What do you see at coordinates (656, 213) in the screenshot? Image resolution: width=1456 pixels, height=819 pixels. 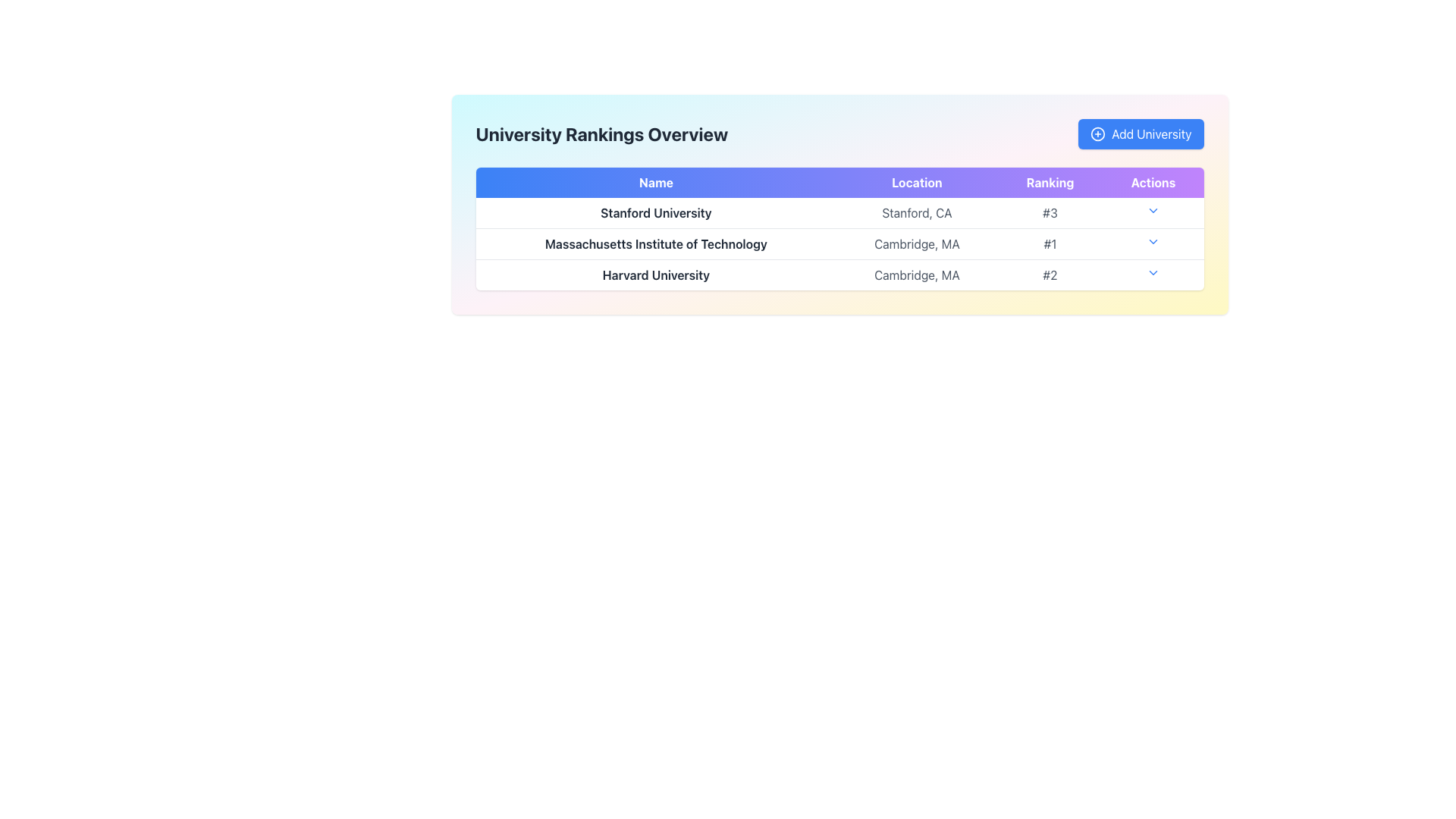 I see `the text label displaying 'Stanford University', which is the primary title in the first row of the table under the 'Name' column header` at bounding box center [656, 213].